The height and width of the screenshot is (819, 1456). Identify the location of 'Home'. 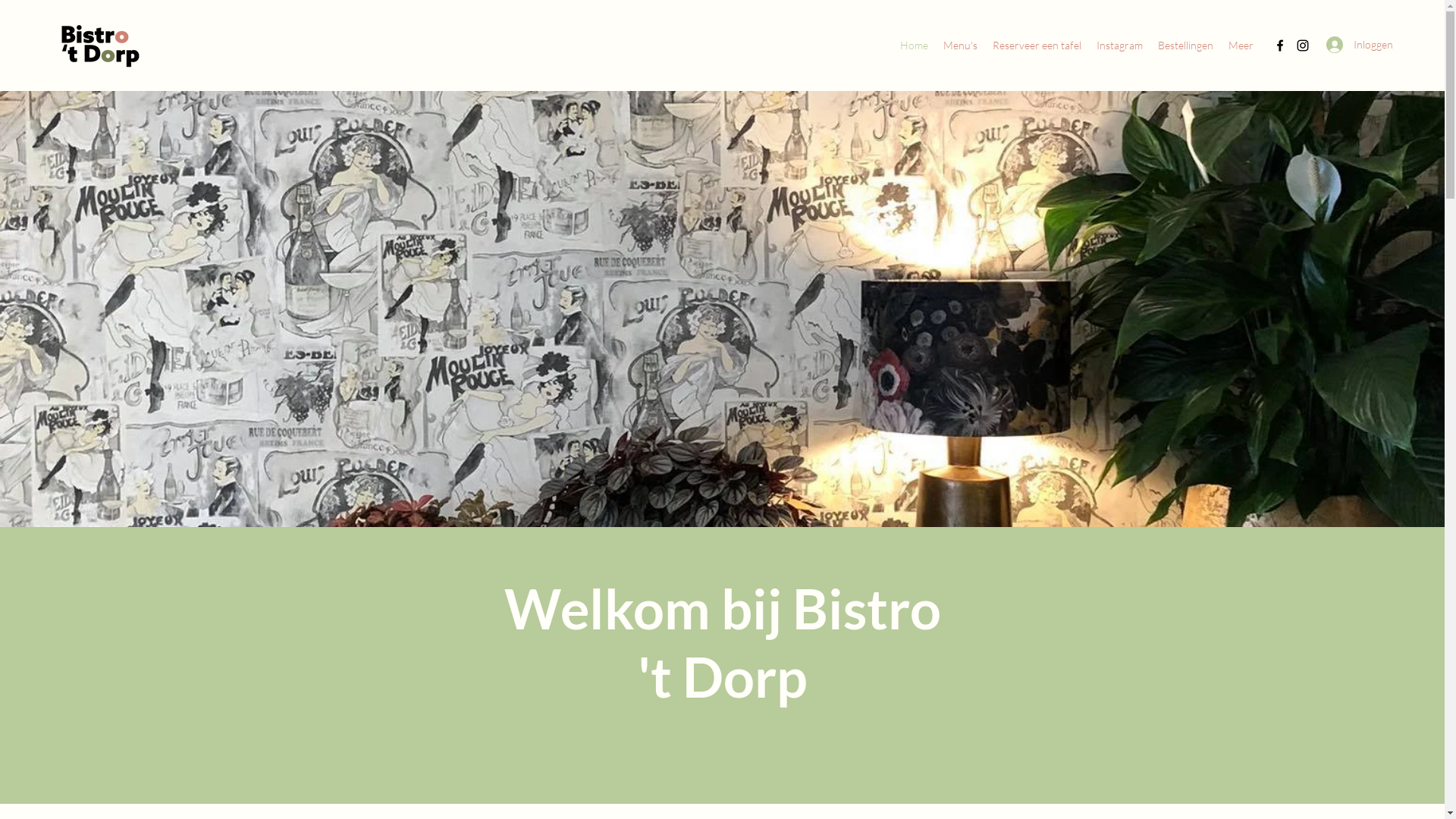
(913, 45).